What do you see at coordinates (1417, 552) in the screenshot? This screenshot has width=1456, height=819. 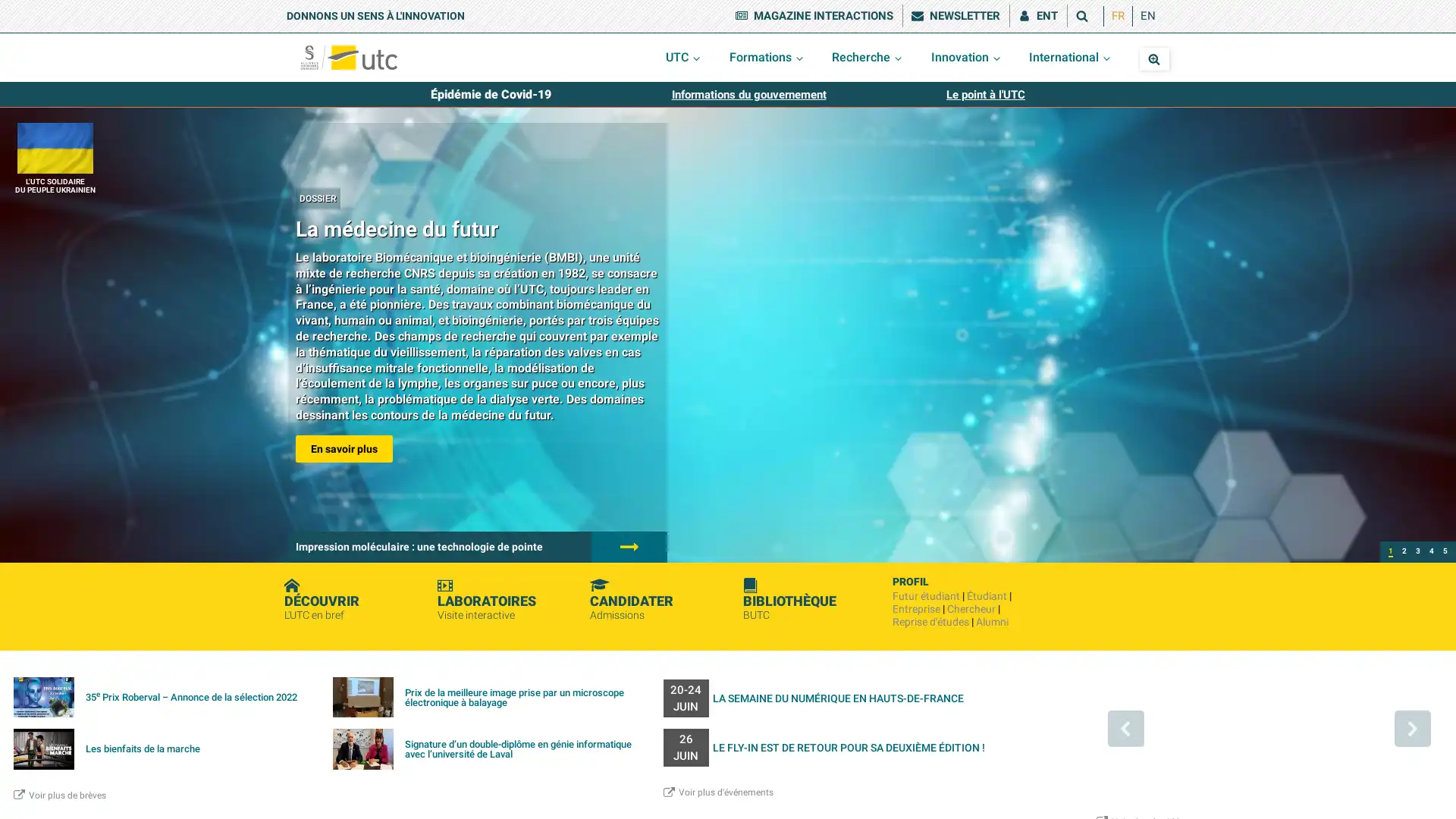 I see `CFA de lUTC, un avenir se dessine` at bounding box center [1417, 552].